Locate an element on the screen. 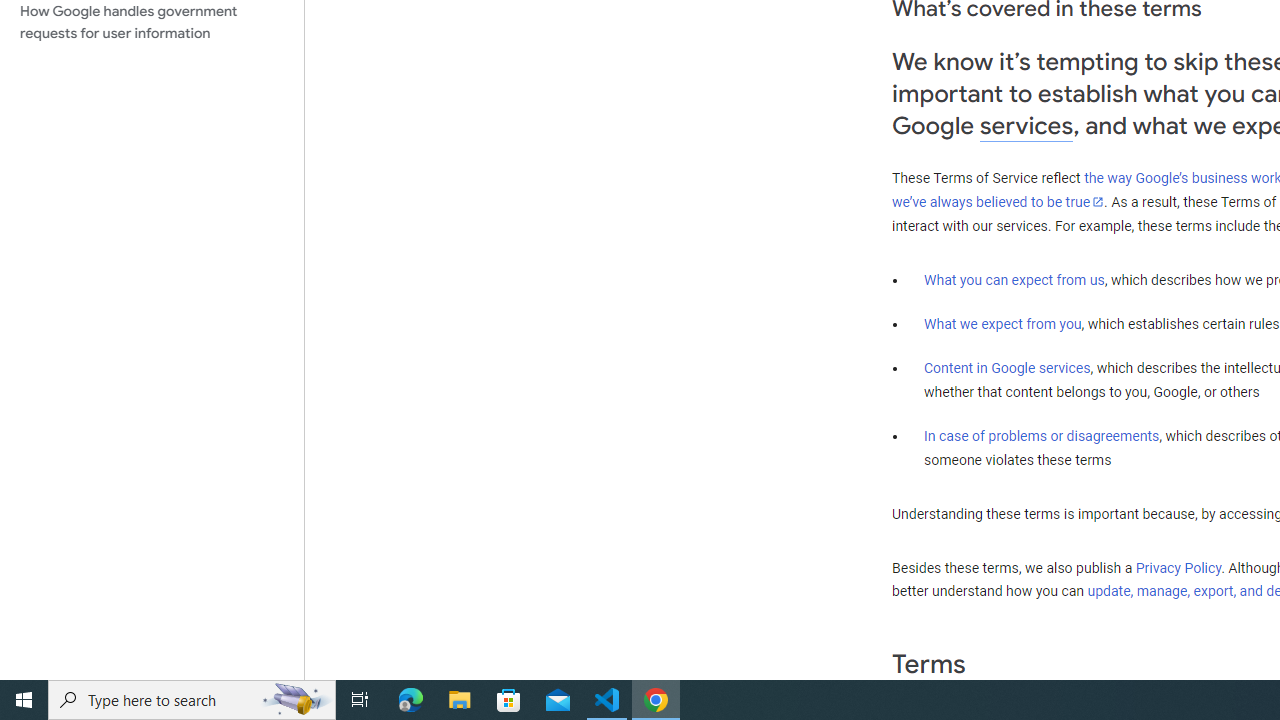  'Content in Google services' is located at coordinates (1007, 368).